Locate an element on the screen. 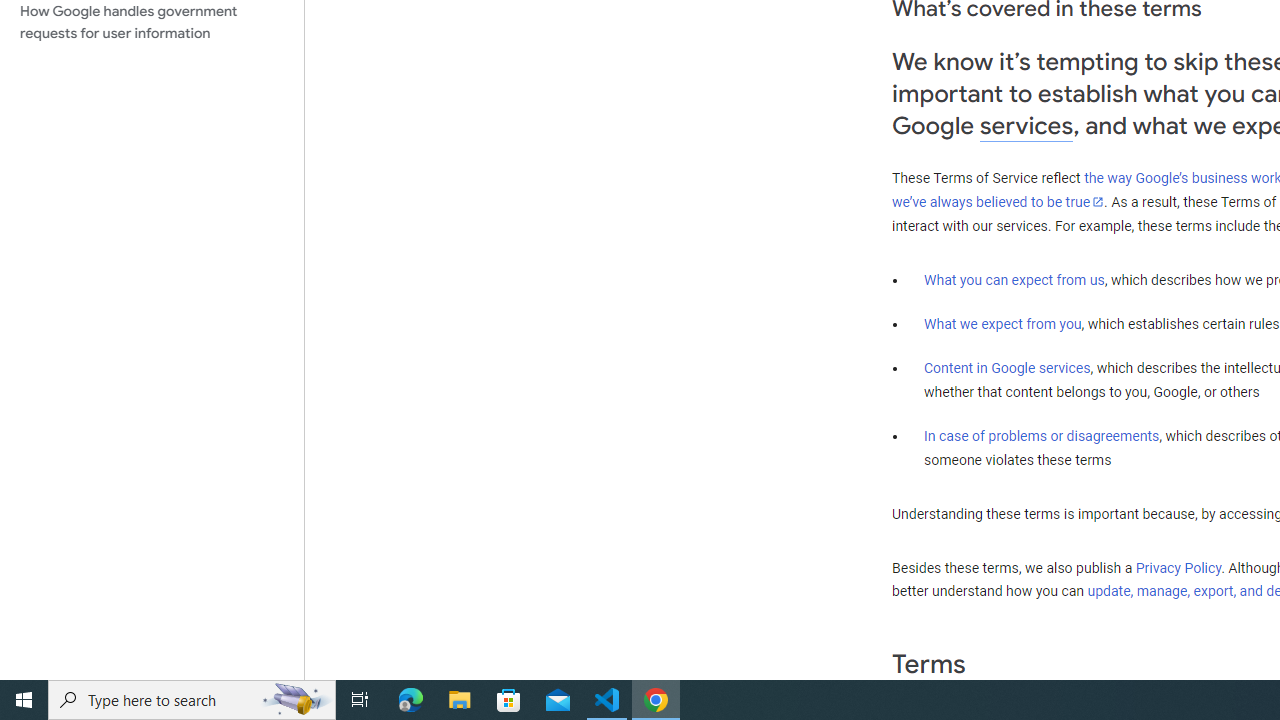  'Content in Google services' is located at coordinates (1007, 368).